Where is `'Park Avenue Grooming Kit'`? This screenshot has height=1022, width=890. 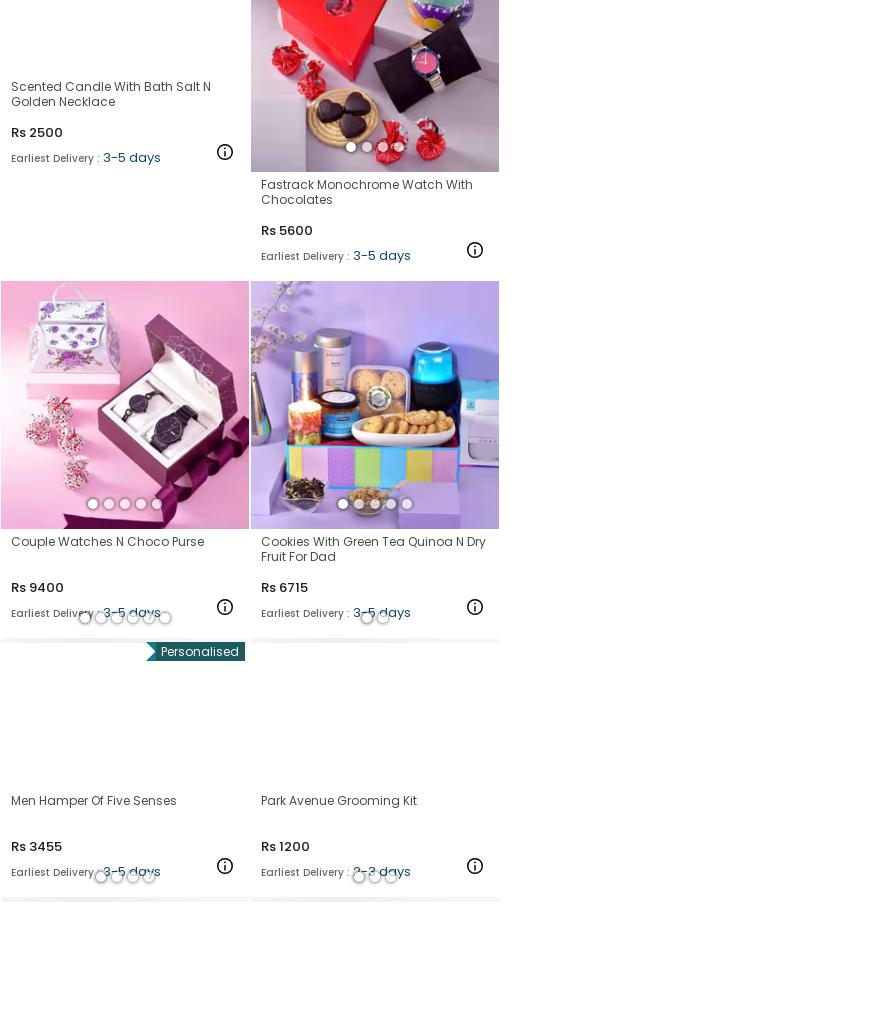 'Park Avenue Grooming Kit' is located at coordinates (339, 799).